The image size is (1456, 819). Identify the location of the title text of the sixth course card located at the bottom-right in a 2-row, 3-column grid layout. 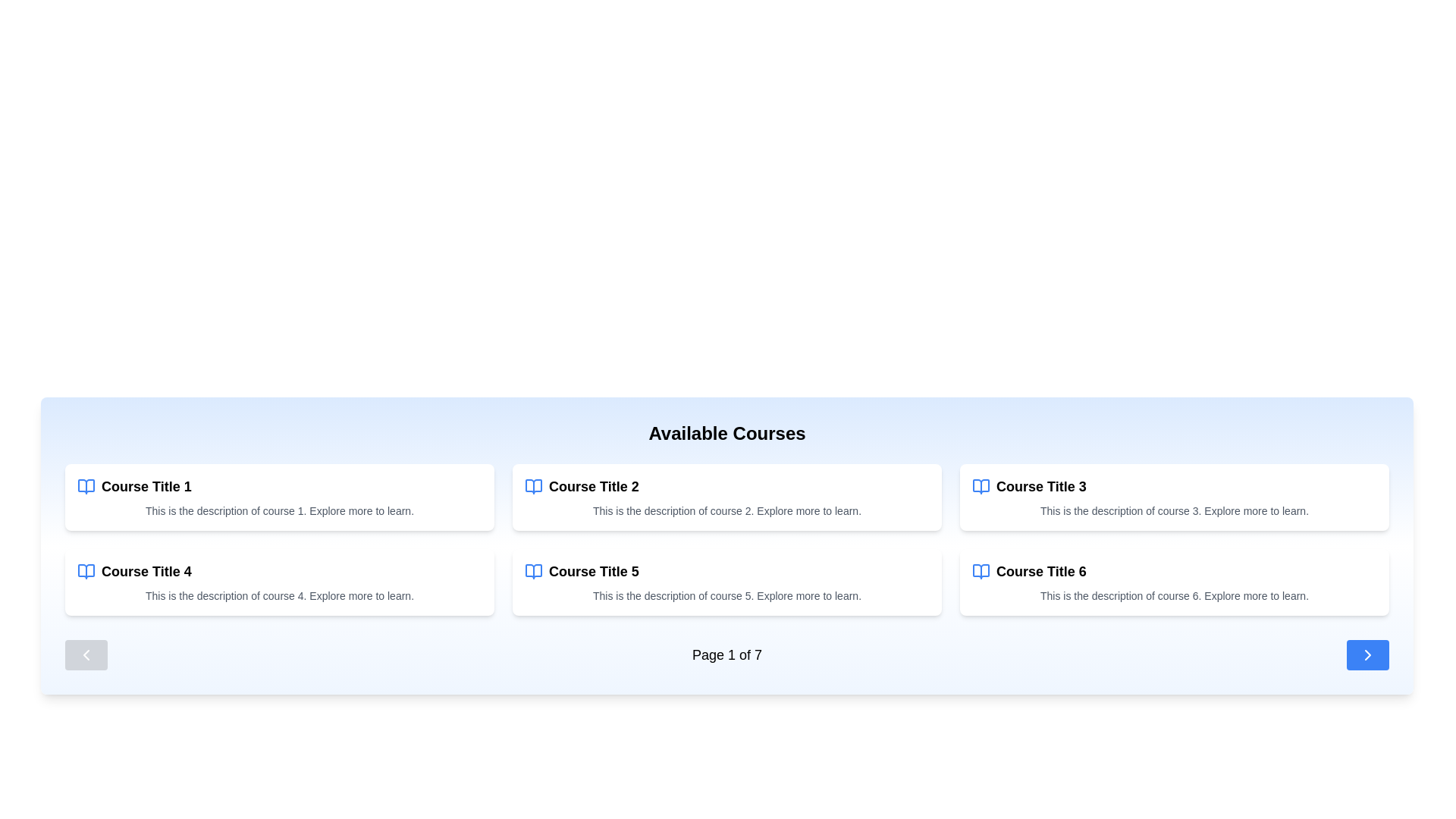
(1040, 571).